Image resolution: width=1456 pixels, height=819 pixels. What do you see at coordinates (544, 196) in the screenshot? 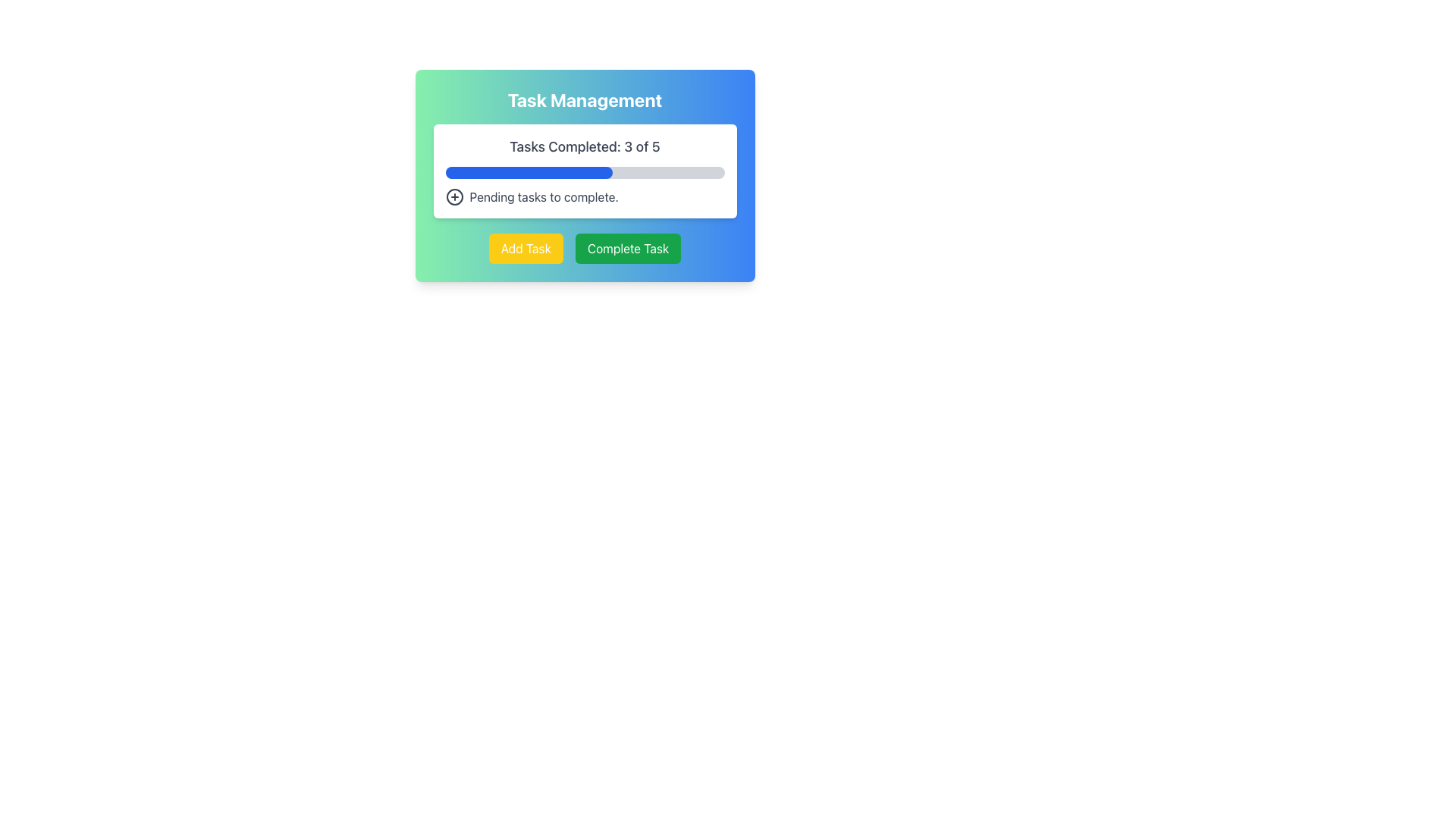
I see `the text label displaying 'Pending tasks to complete.' which is styled in medium gray font and located to the right of a circular plus icon within the 'Task Management' panel` at bounding box center [544, 196].